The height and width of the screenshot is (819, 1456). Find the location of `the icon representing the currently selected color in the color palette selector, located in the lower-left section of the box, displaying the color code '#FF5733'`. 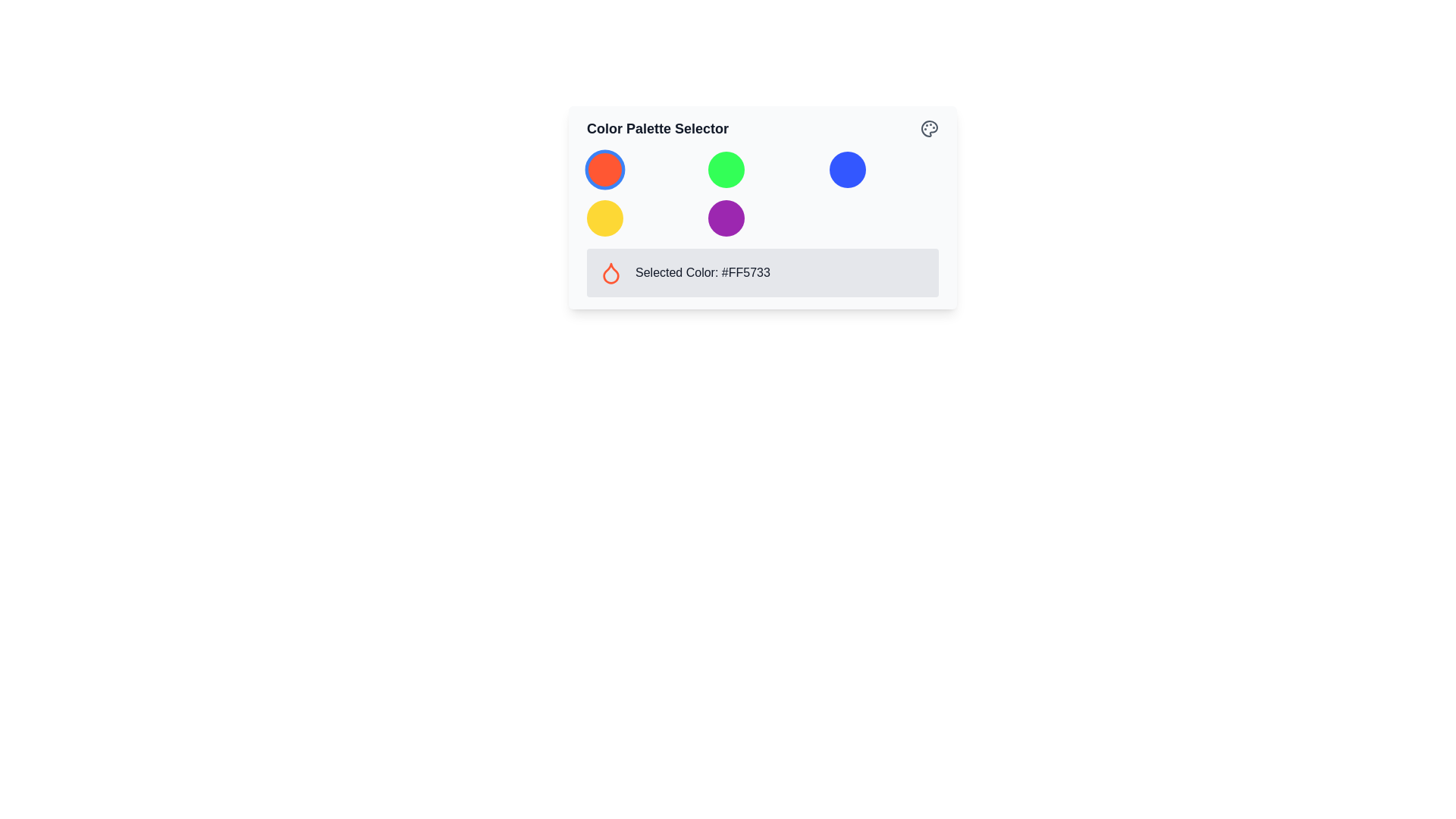

the icon representing the currently selected color in the color palette selector, located in the lower-left section of the box, displaying the color code '#FF5733' is located at coordinates (611, 271).